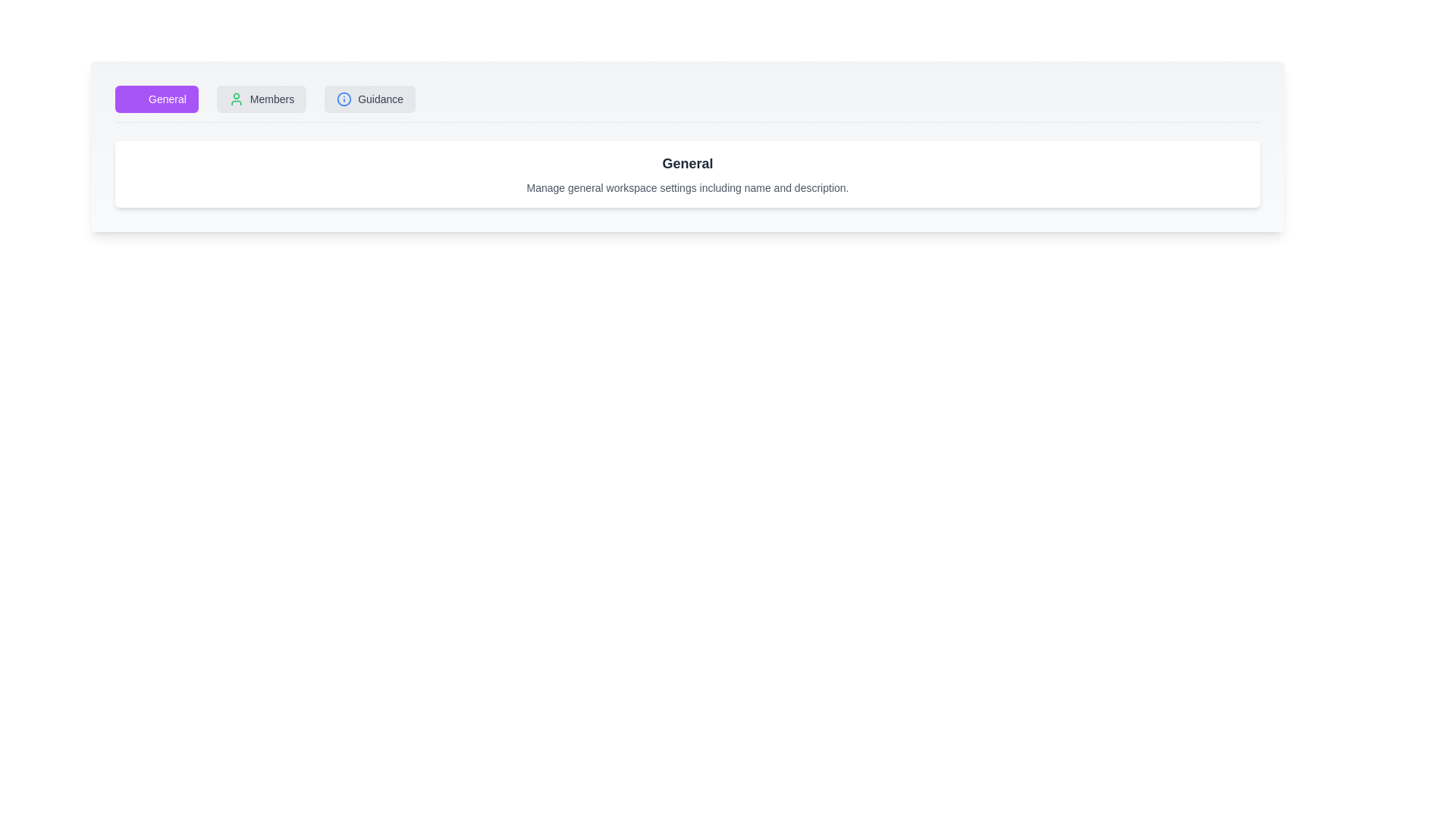 The height and width of the screenshot is (819, 1456). What do you see at coordinates (156, 99) in the screenshot?
I see `the General tab to view its content` at bounding box center [156, 99].